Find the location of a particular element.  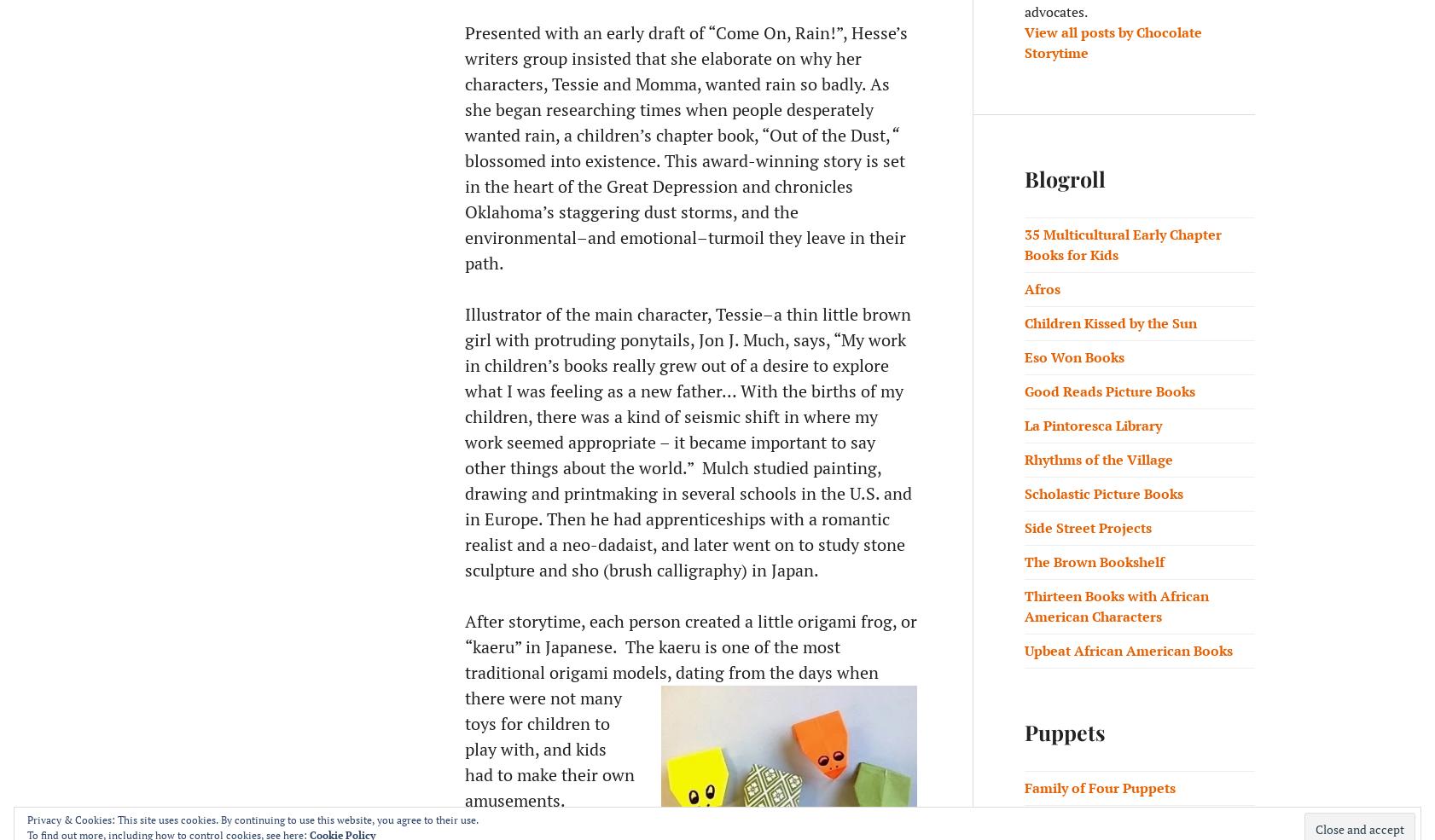

'Blogroll' is located at coordinates (1064, 177).